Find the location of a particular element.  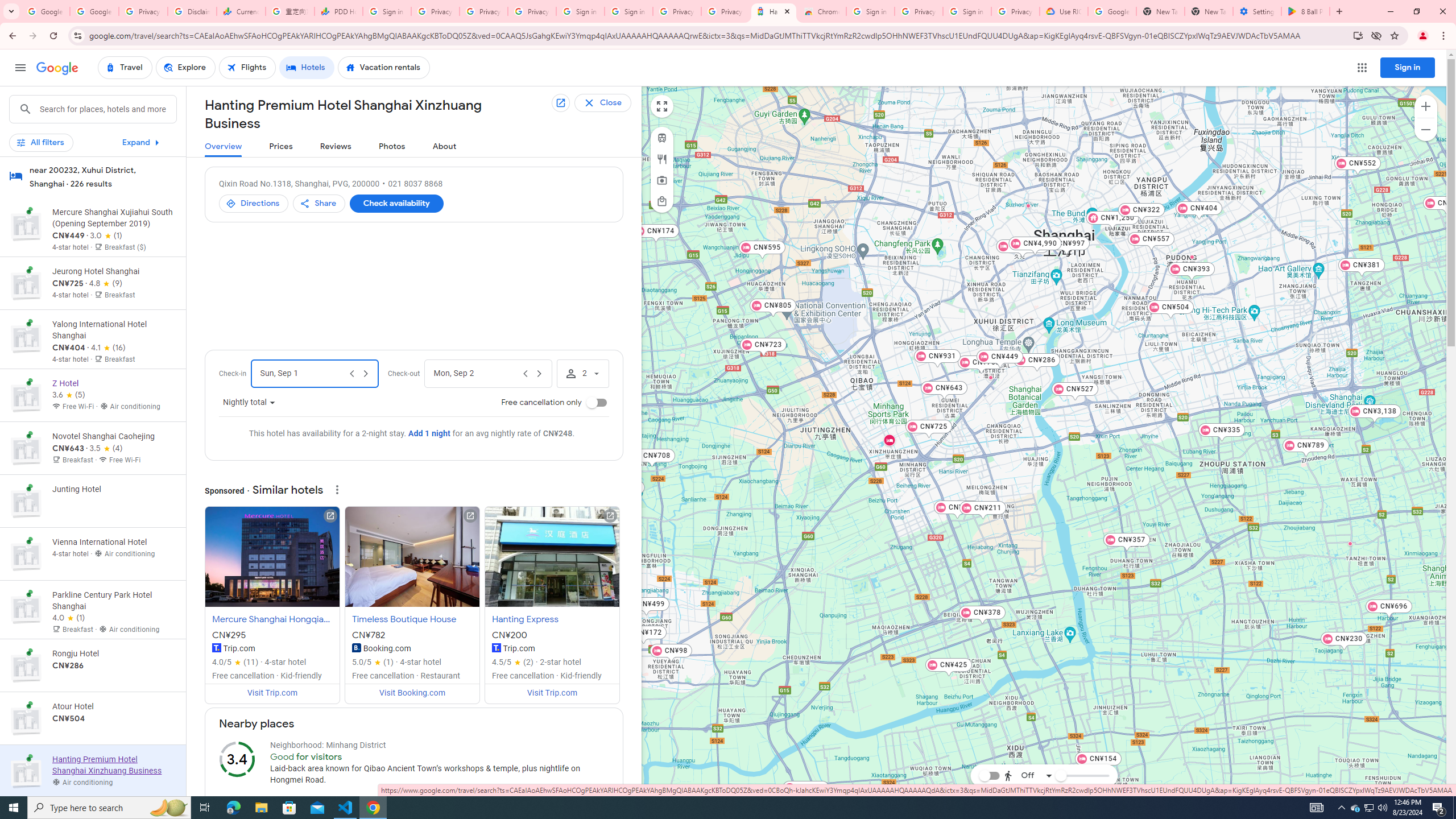

'View prices for Parkline Century Park Hotel Shanghai' is located at coordinates (113, 651).